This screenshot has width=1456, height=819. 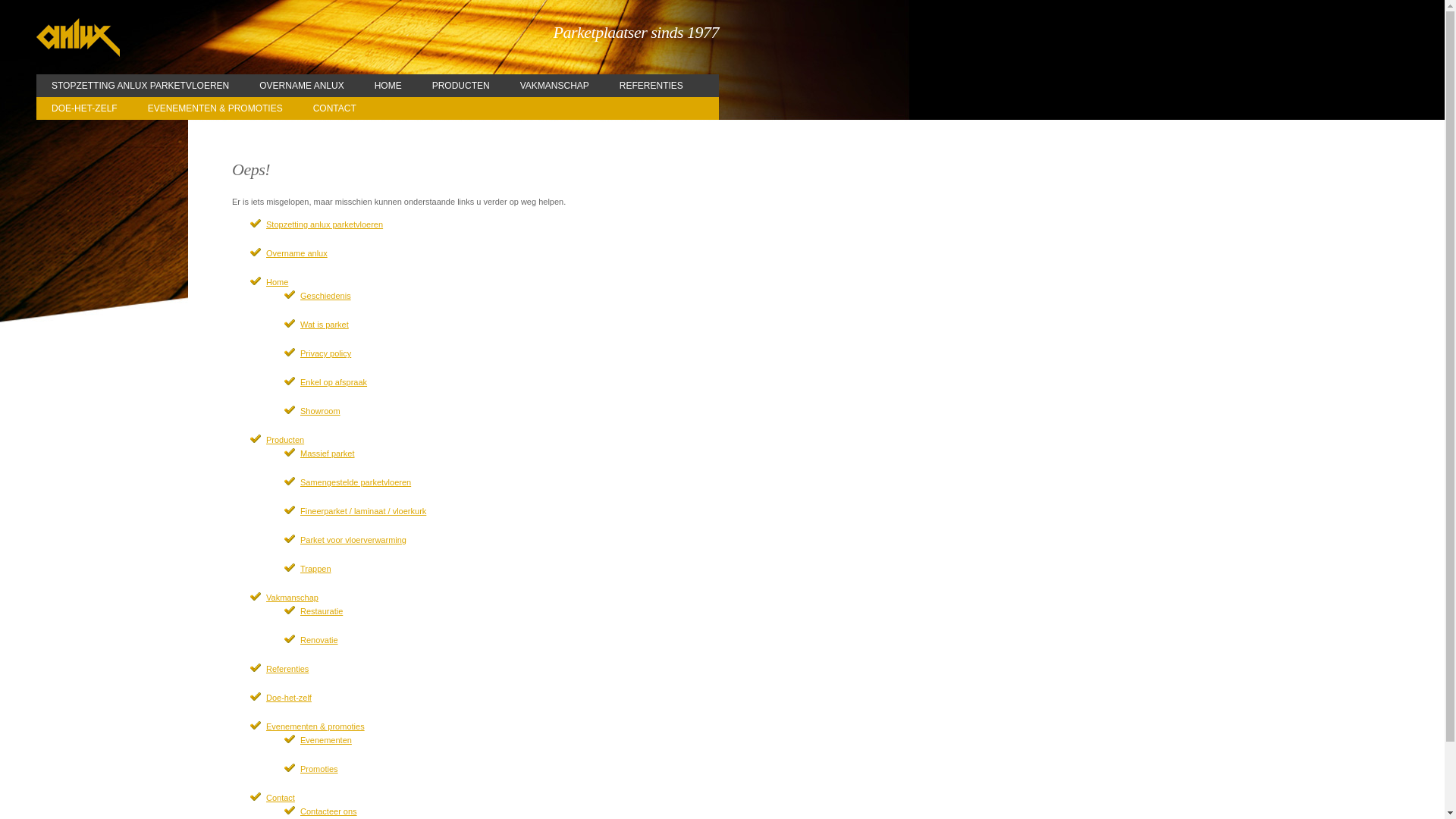 What do you see at coordinates (319, 411) in the screenshot?
I see `'Showroom'` at bounding box center [319, 411].